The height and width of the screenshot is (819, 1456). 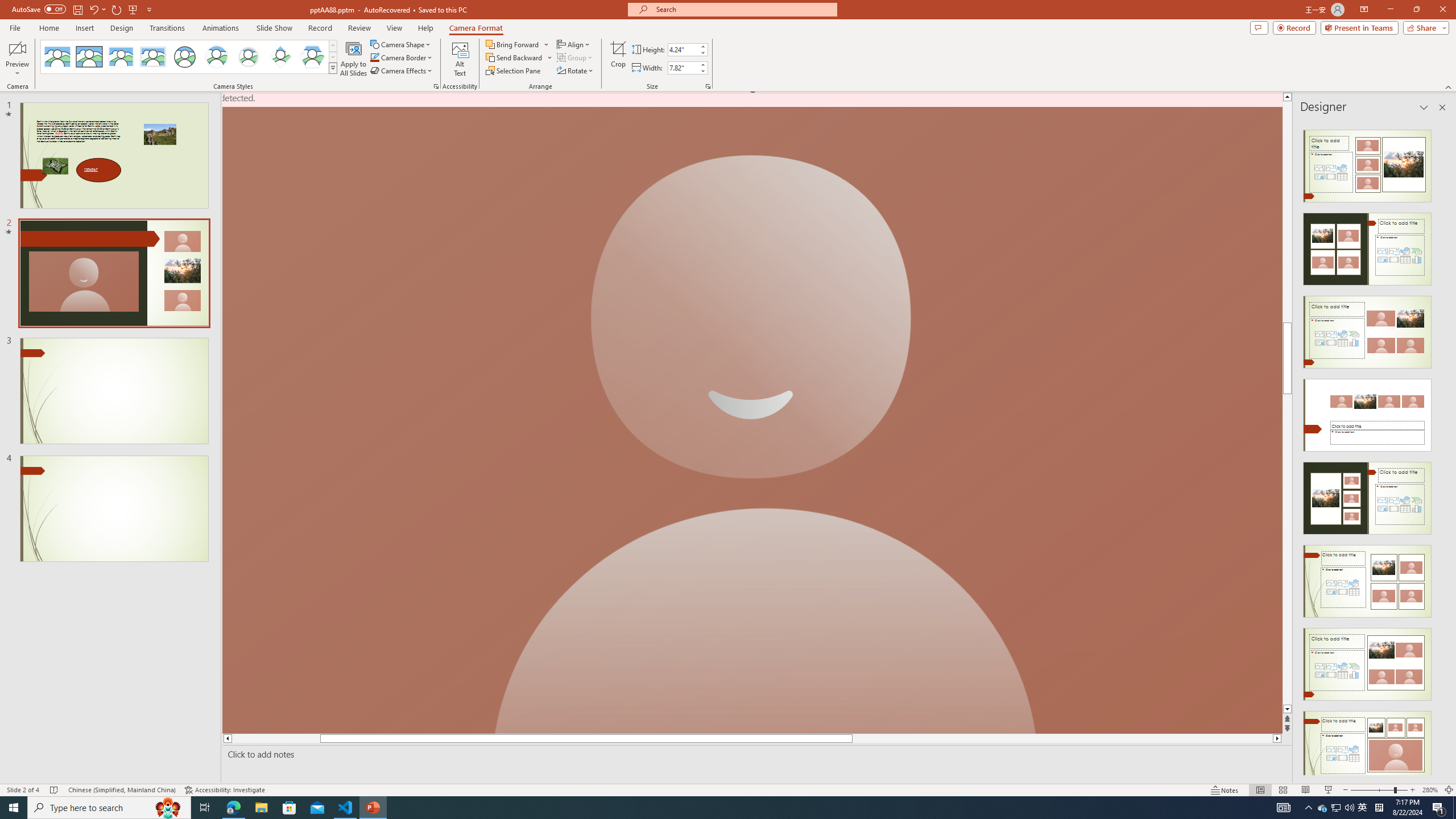 I want to click on 'AutomationID: CameoStylesGallery', so click(x=188, y=56).